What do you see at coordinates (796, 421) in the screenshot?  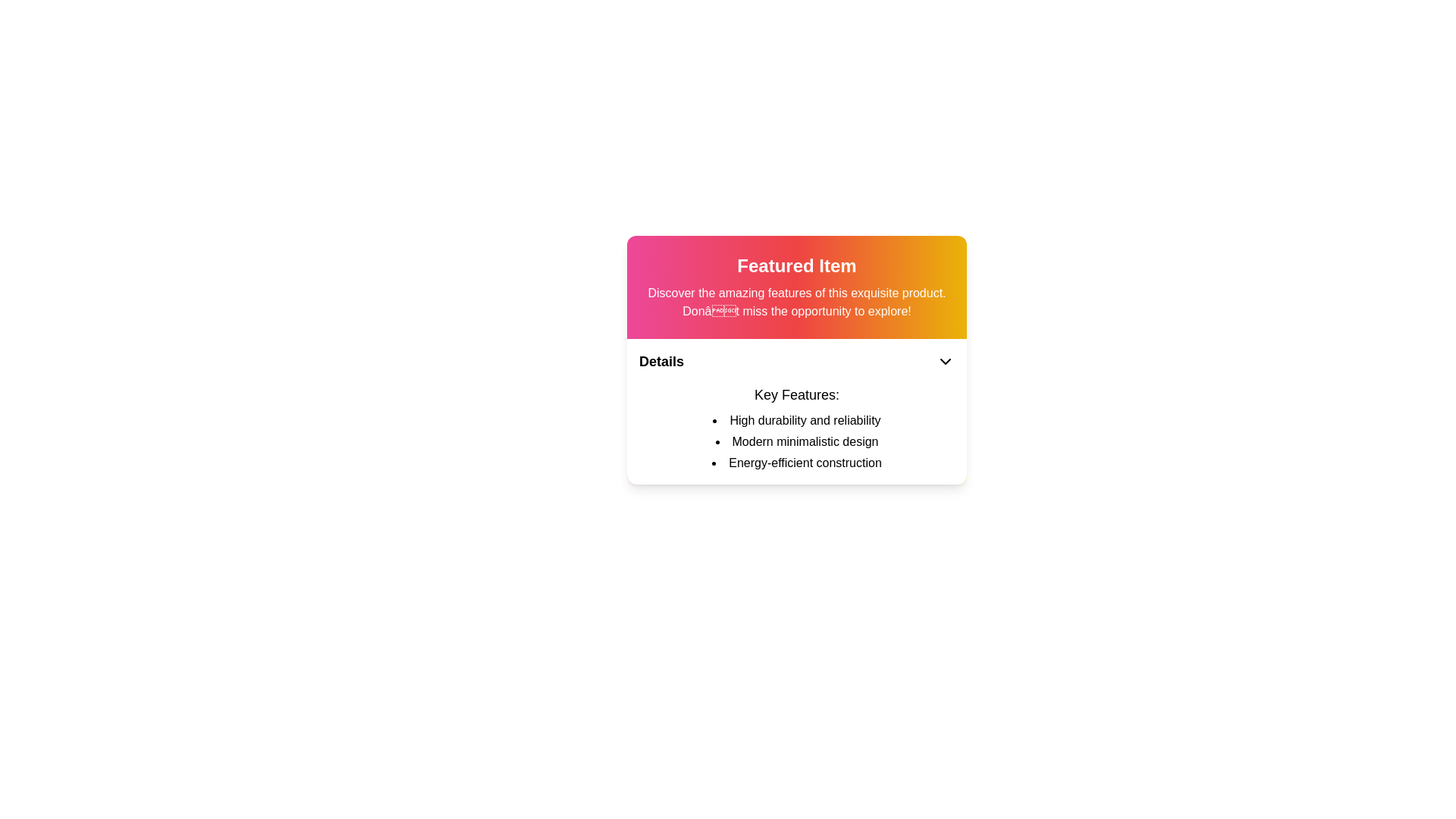 I see `the bullet point containing the text 'High durability and reliability' in the 'Key Features' section of the 'Details' dropdown` at bounding box center [796, 421].